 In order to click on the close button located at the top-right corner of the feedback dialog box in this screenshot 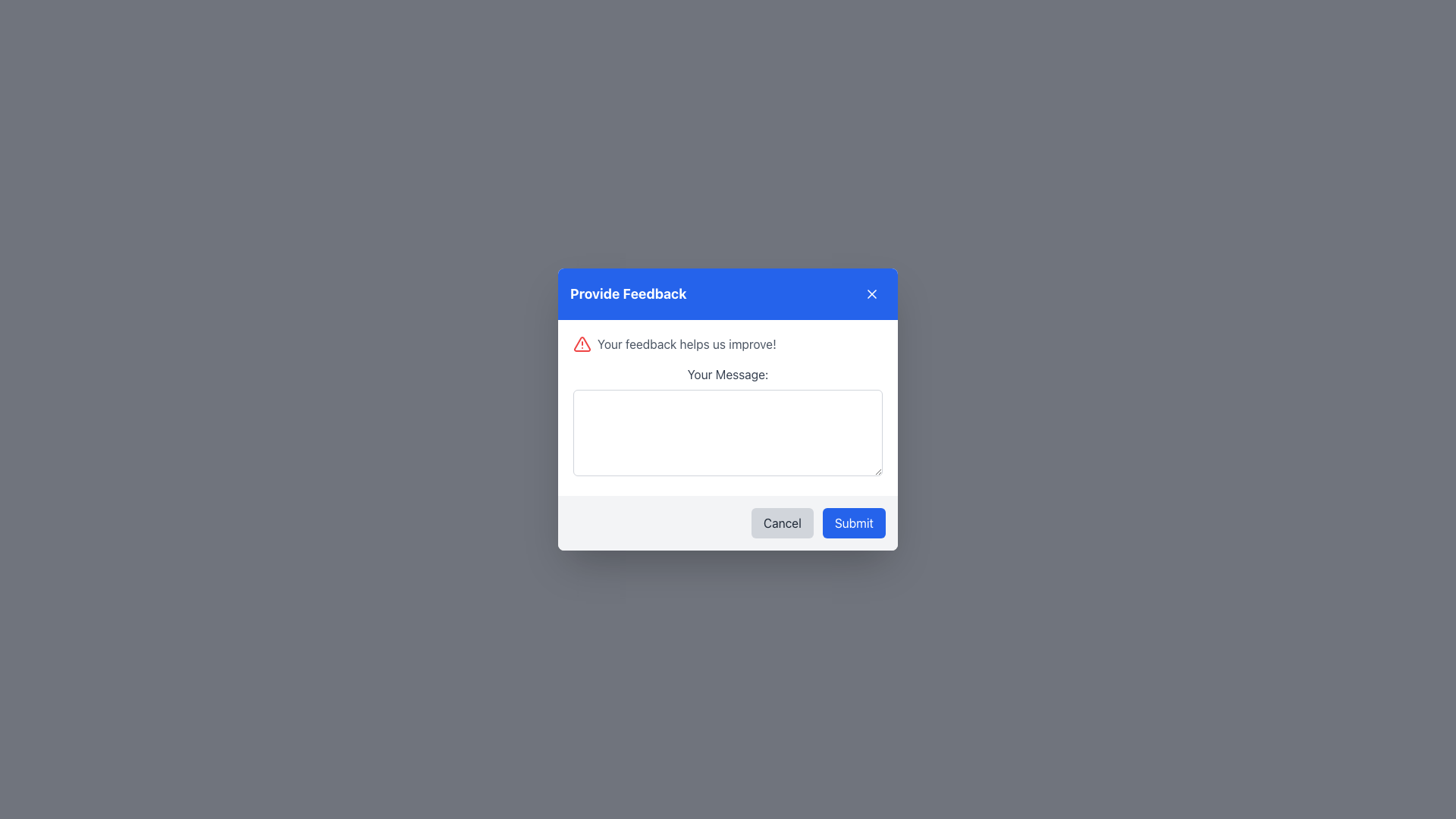, I will do `click(872, 294)`.